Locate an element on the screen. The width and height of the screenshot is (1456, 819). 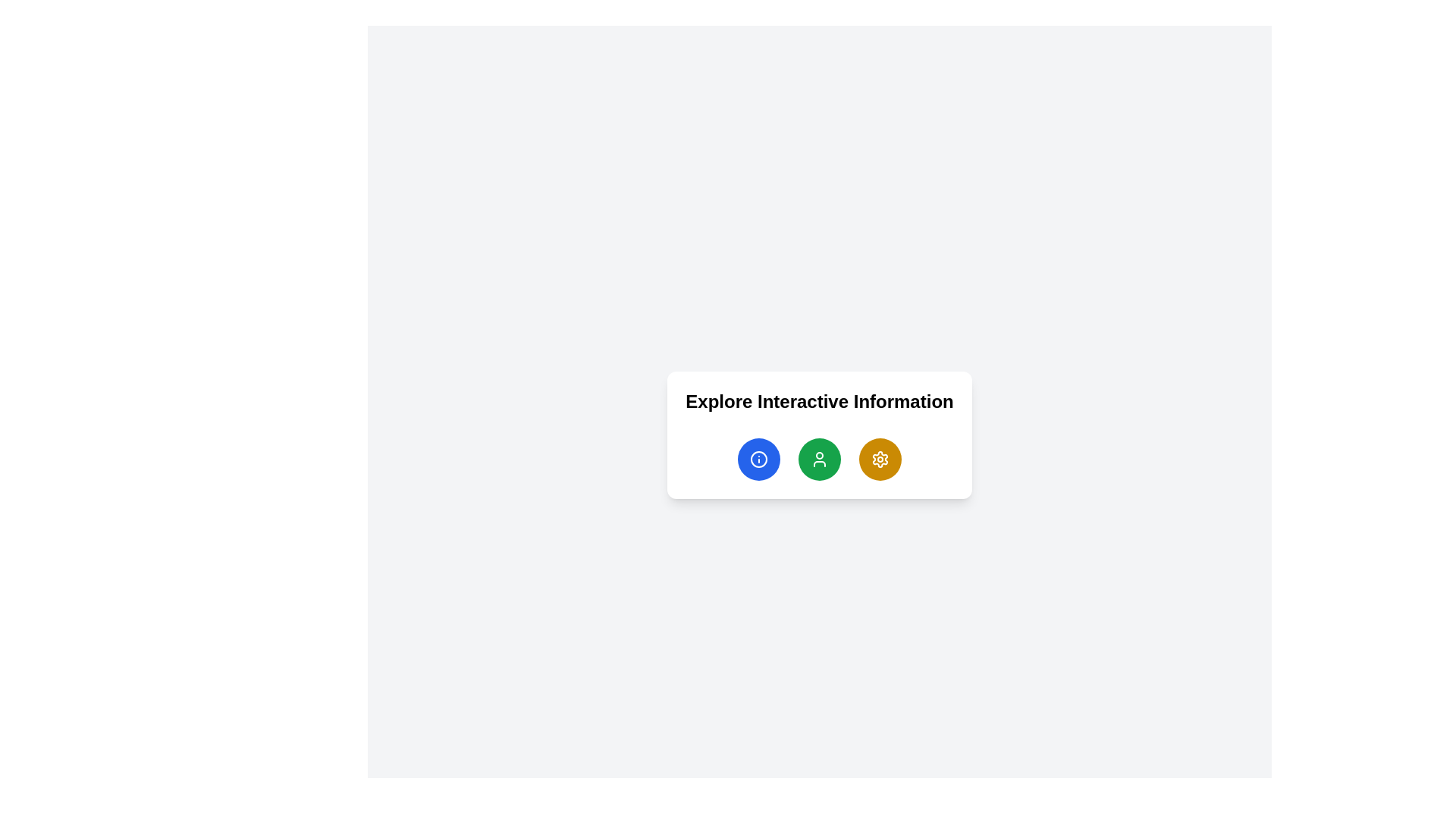
the circular green button with a person icon, which is the second button in a row of three buttons below the text 'Explore Interactive Information' is located at coordinates (818, 458).